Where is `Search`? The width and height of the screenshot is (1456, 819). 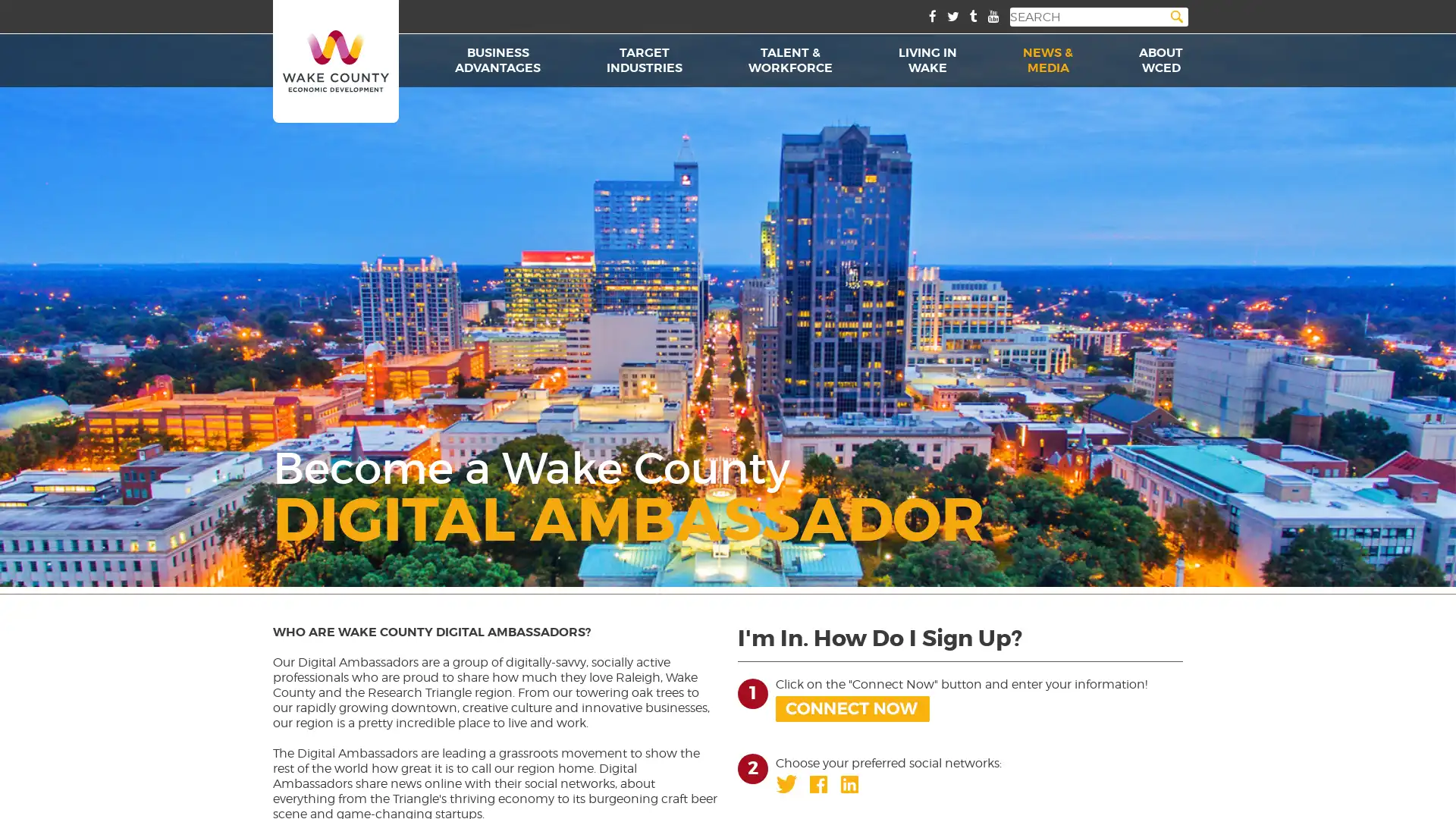 Search is located at coordinates (1175, 17).